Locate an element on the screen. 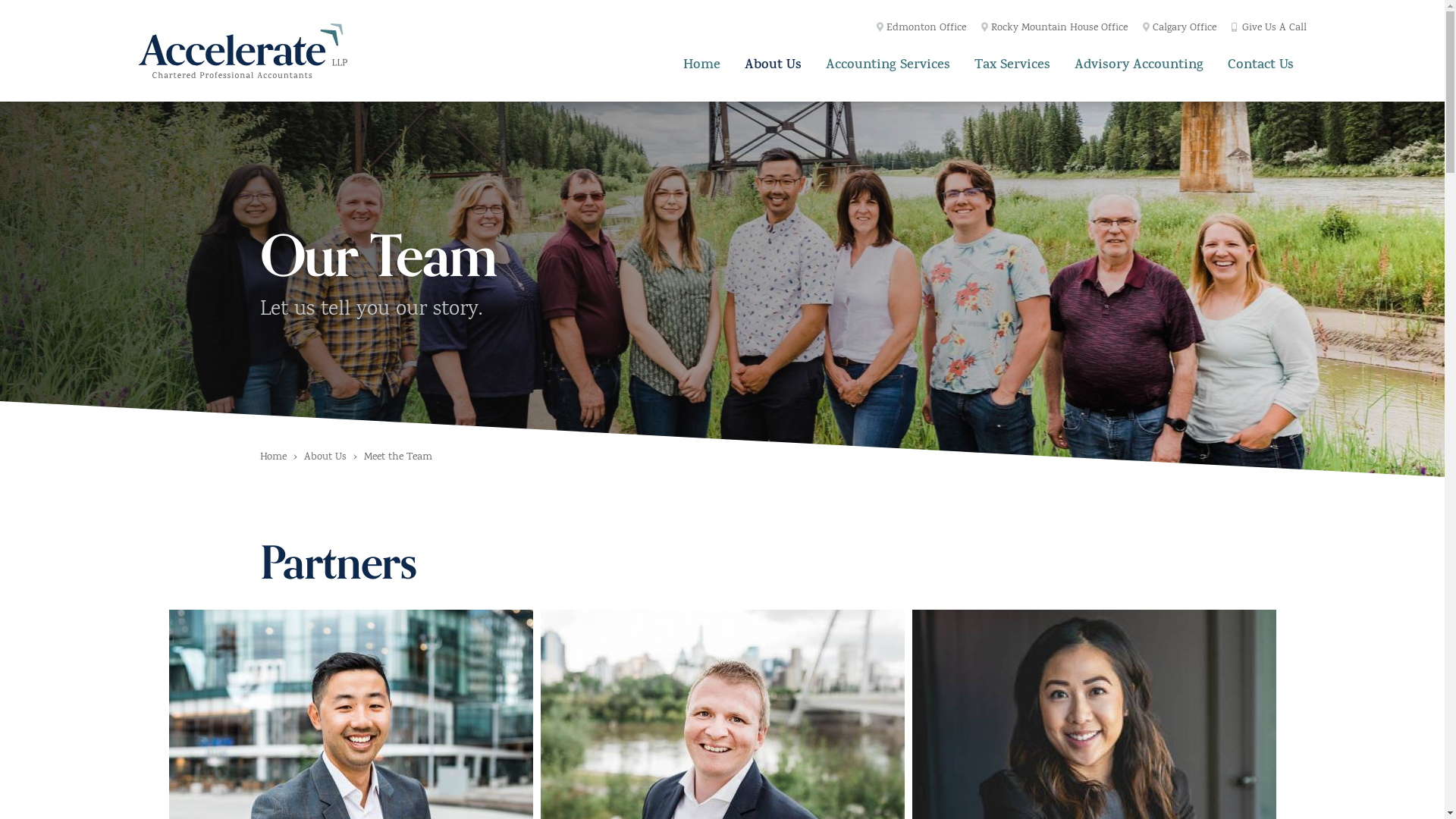 This screenshot has width=1456, height=819. 'Meet the Team' is located at coordinates (397, 457).